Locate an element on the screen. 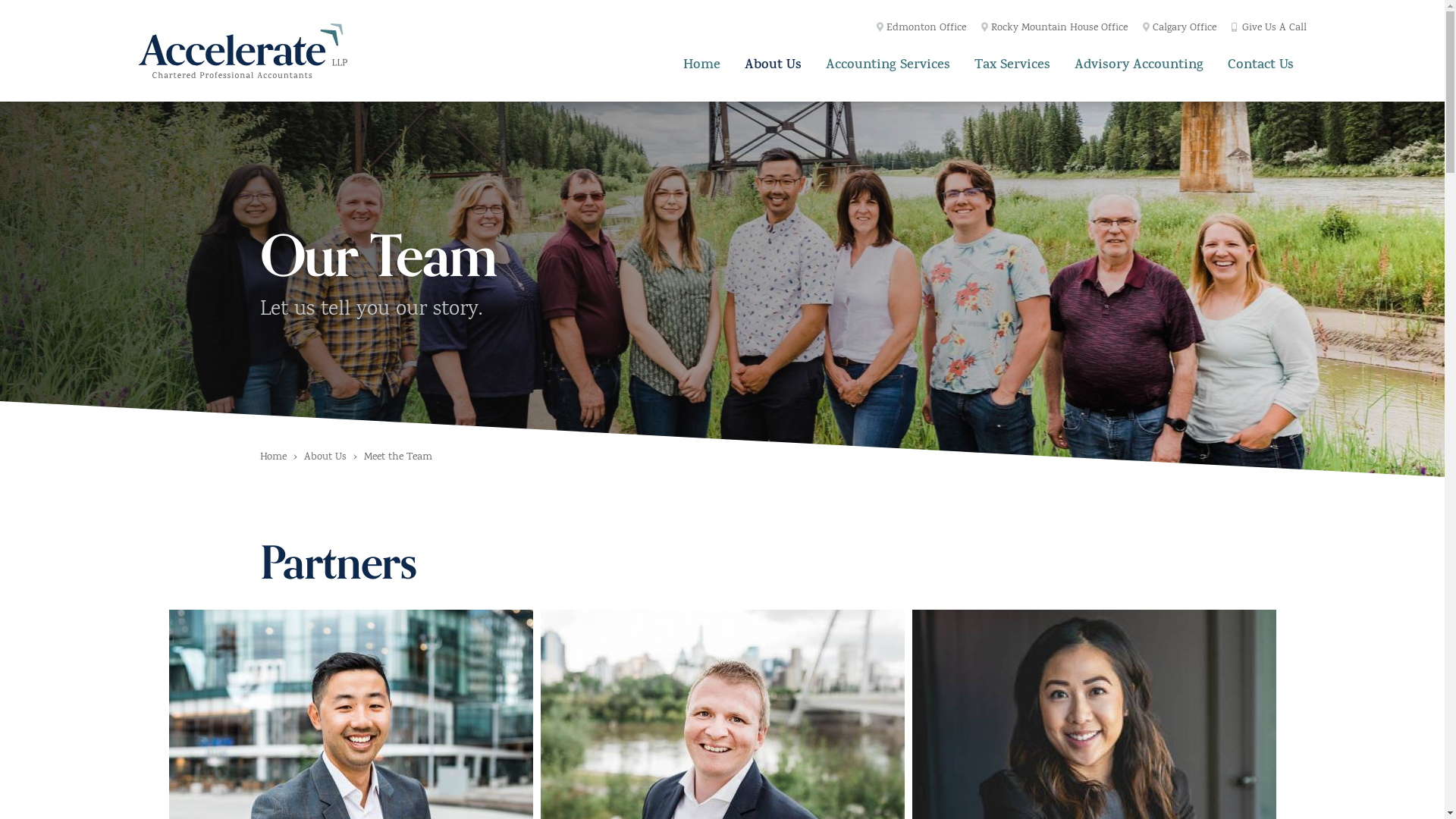 This screenshot has width=1456, height=819. 'Meet the Team' is located at coordinates (397, 457).